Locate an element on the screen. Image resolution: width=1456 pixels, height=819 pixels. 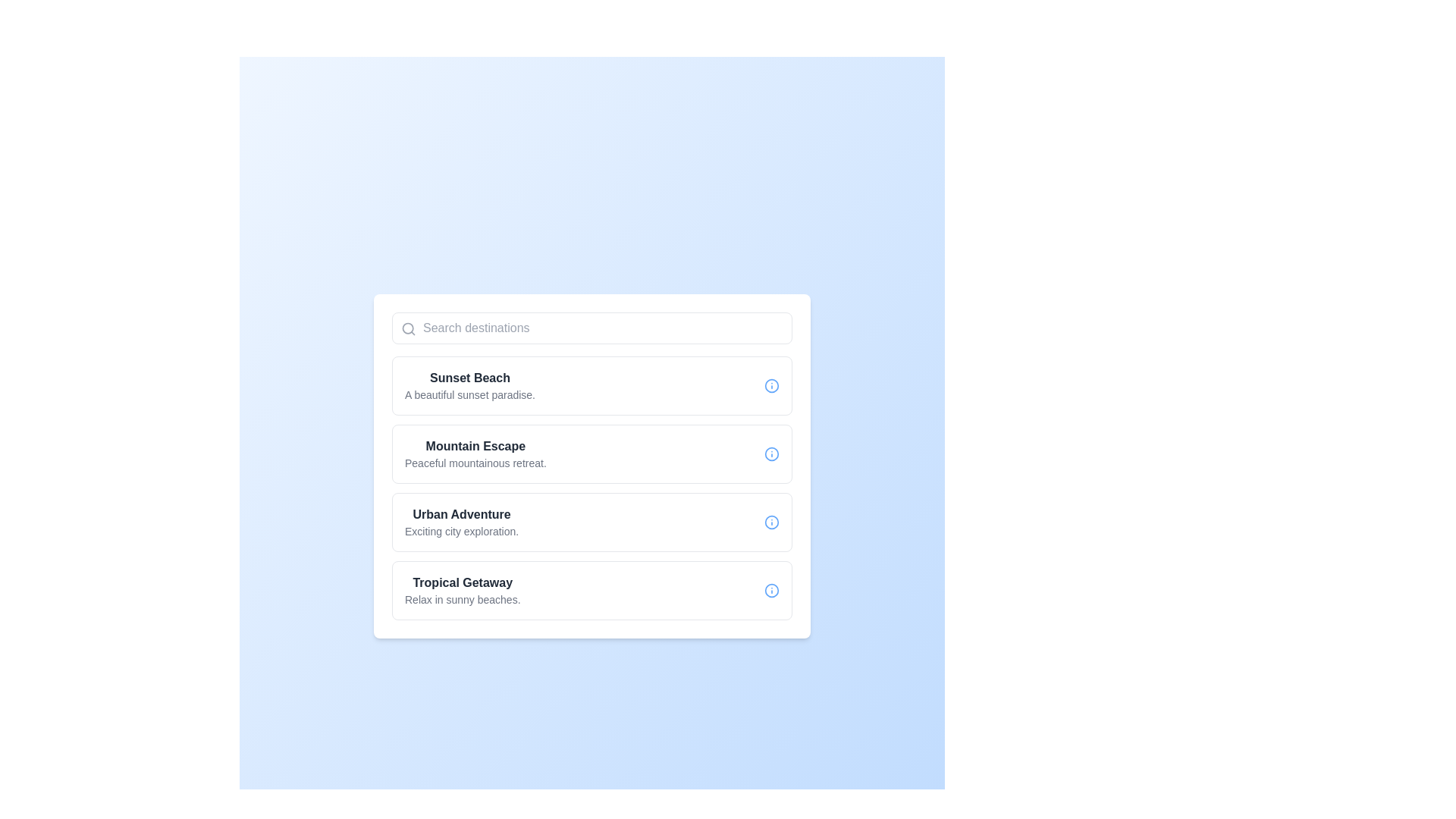
the search functionality icon located on the left side of the search field, positioned at the upper left corner within the input box is located at coordinates (408, 328).